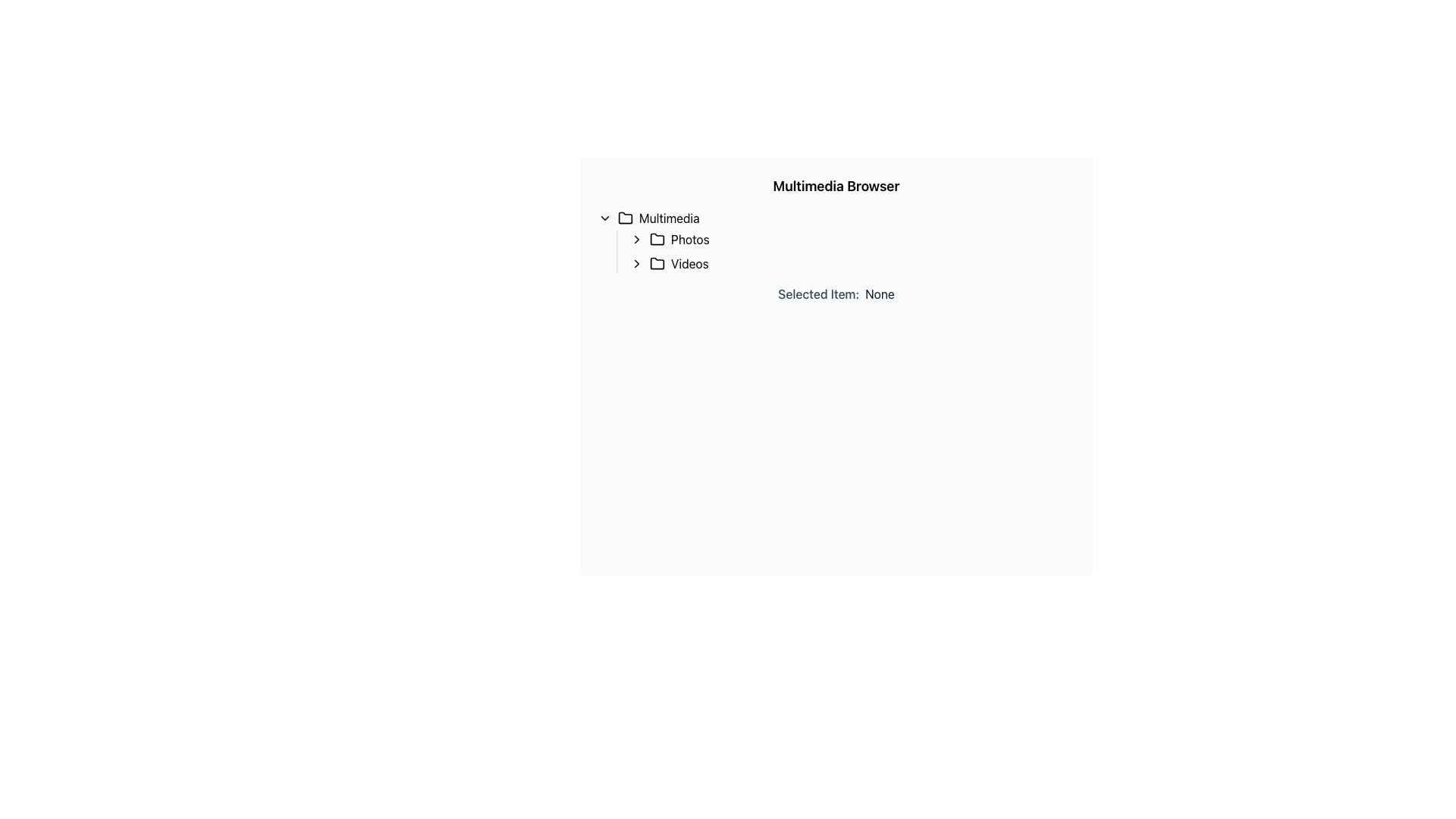 This screenshot has width=1456, height=819. I want to click on the folder icon located adjacent to the 'Multimedia' label, characterized by its thick-stroke outline and rounded top edge, so click(626, 218).